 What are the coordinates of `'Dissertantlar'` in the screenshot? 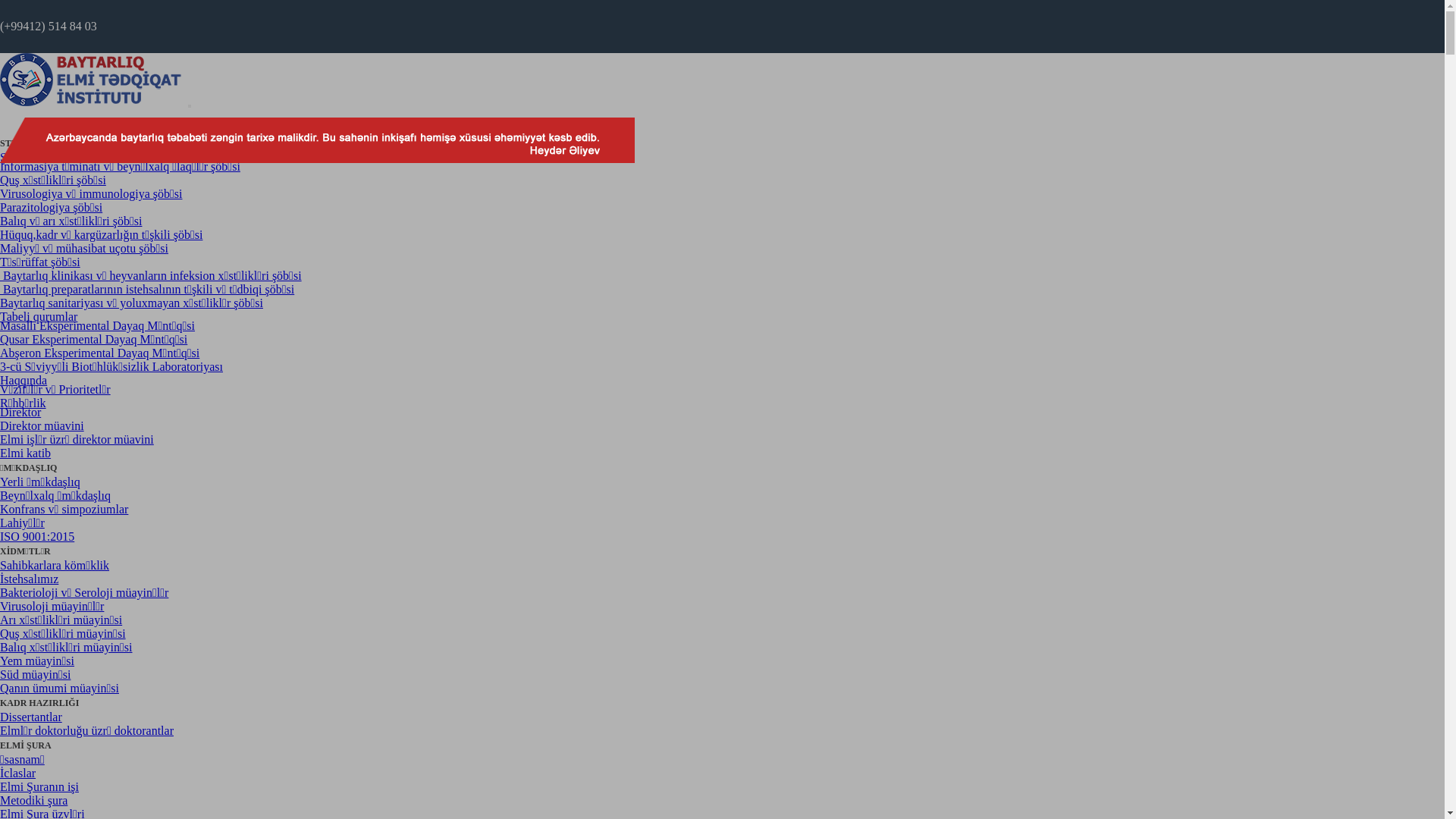 It's located at (31, 717).